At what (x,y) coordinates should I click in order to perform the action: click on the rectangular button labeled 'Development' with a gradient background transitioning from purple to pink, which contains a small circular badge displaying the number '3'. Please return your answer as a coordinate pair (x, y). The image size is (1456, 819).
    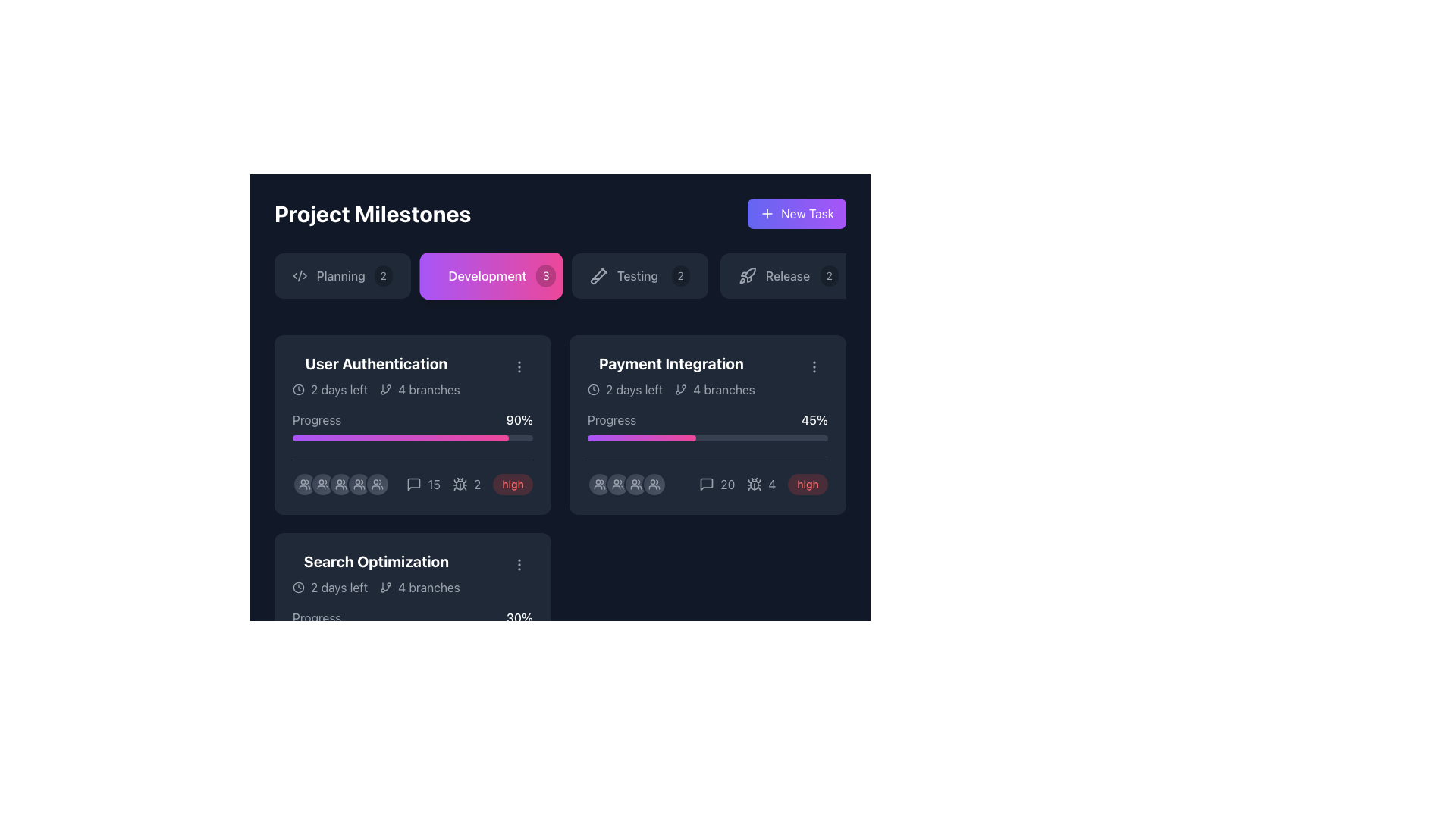
    Looking at the image, I should click on (491, 275).